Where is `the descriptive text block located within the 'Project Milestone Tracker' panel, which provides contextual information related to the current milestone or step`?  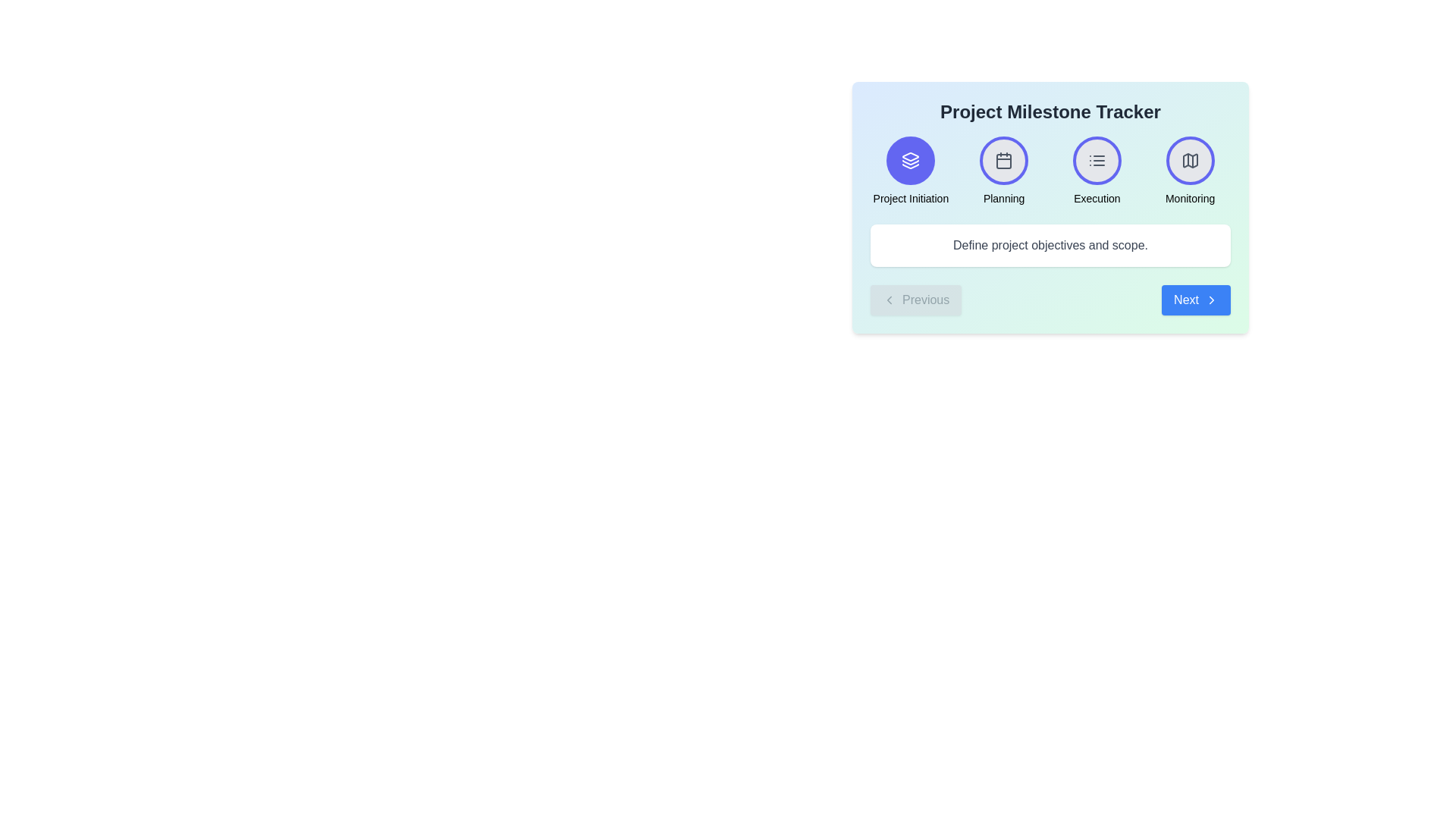 the descriptive text block located within the 'Project Milestone Tracker' panel, which provides contextual information related to the current milestone or step is located at coordinates (1050, 245).